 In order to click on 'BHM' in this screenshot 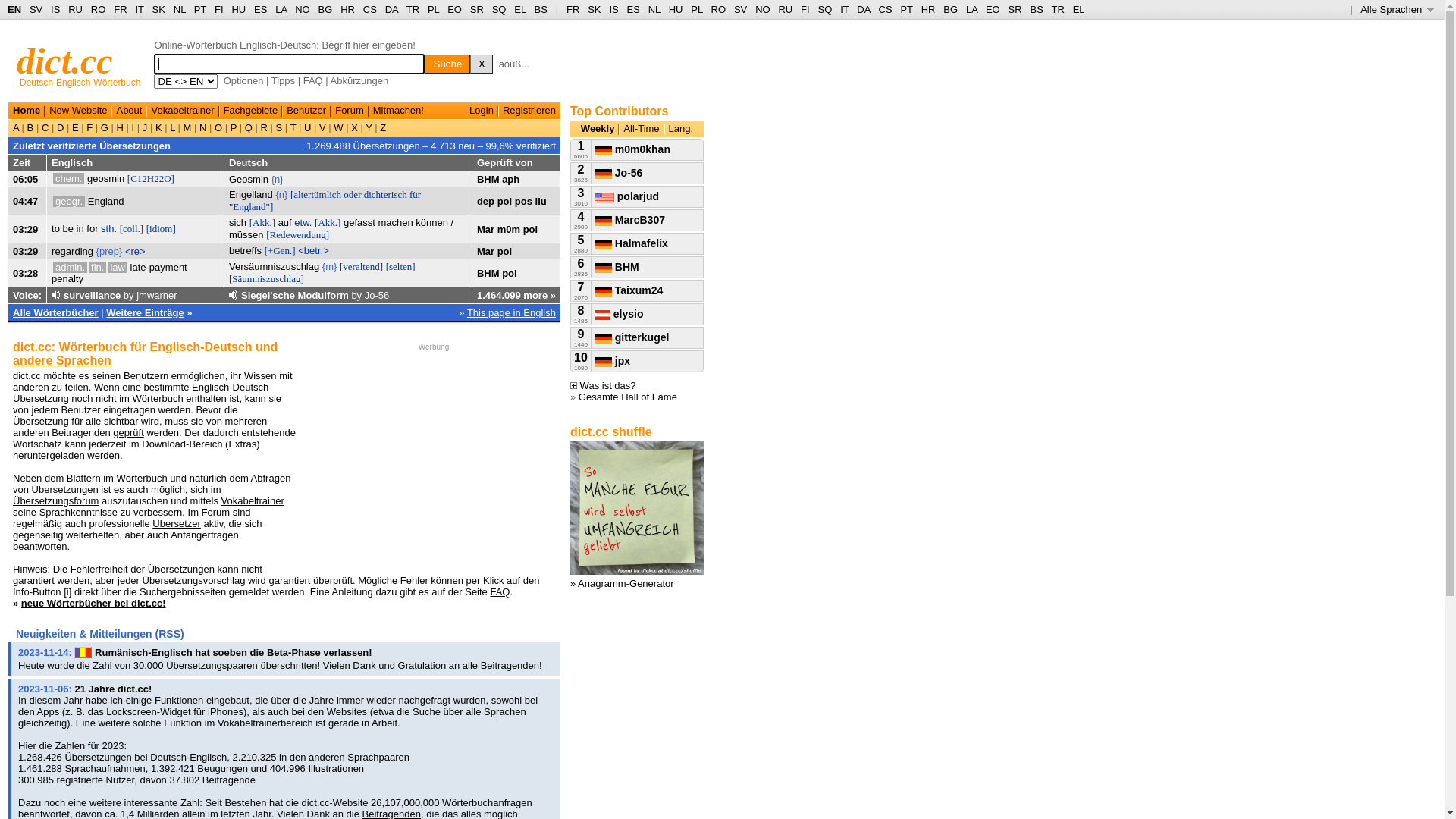, I will do `click(488, 177)`.